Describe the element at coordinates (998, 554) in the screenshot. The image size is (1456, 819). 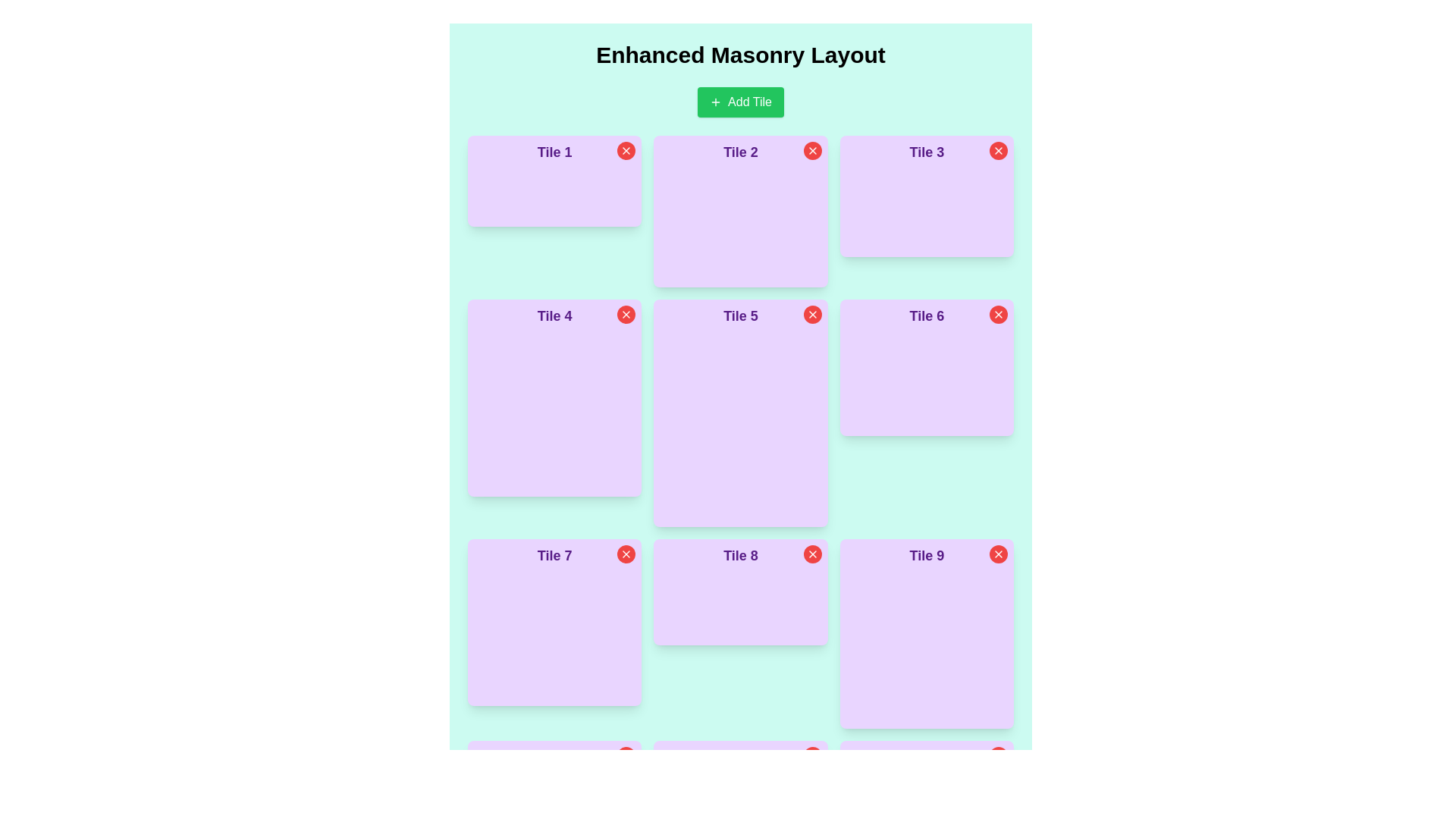
I see `the compact 'X' icon button with a red circular background located at the top-right corner of 'Tile 9' in the grid layout` at that location.